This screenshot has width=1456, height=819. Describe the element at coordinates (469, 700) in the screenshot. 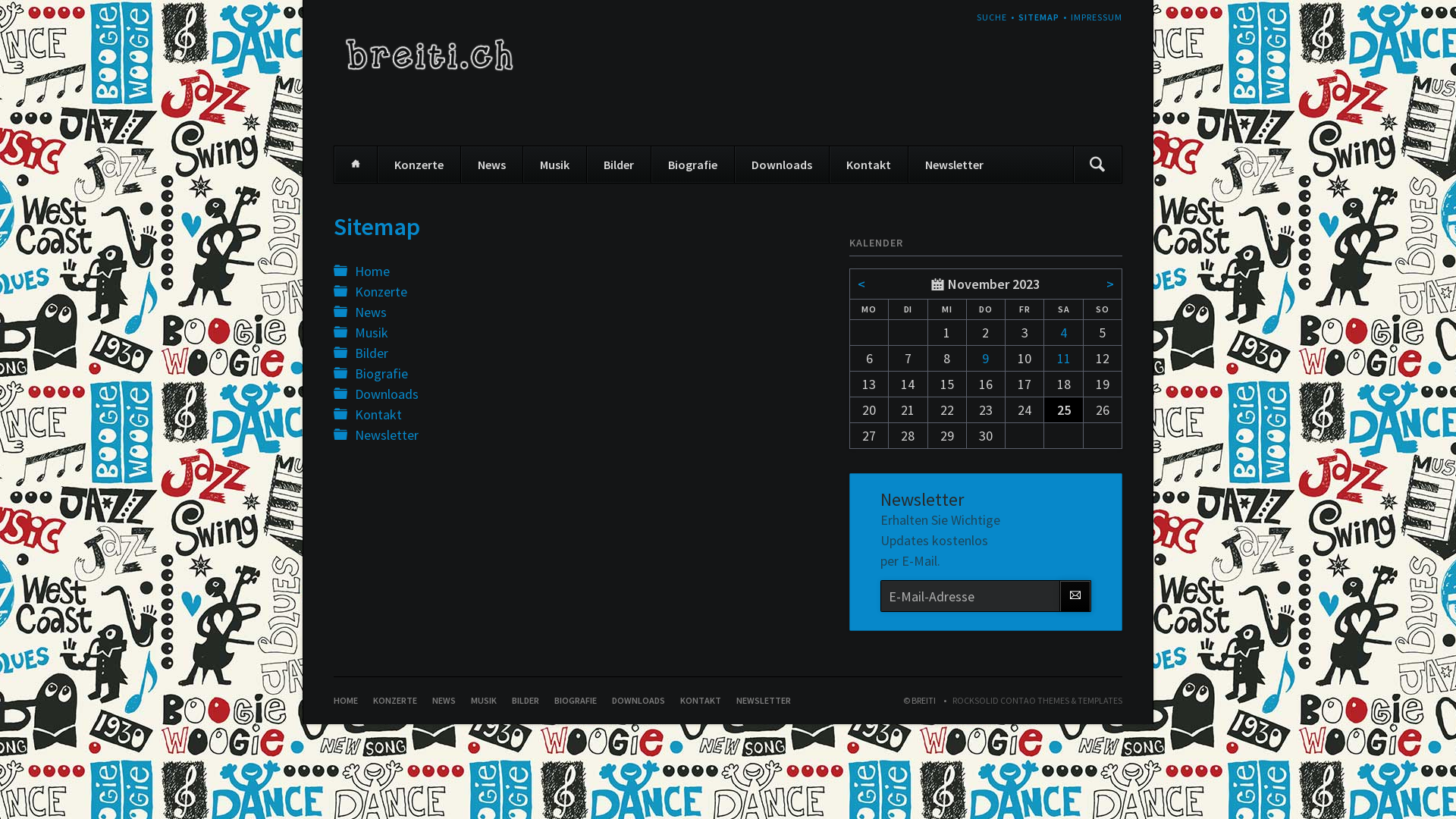

I see `'MUSIK'` at that location.